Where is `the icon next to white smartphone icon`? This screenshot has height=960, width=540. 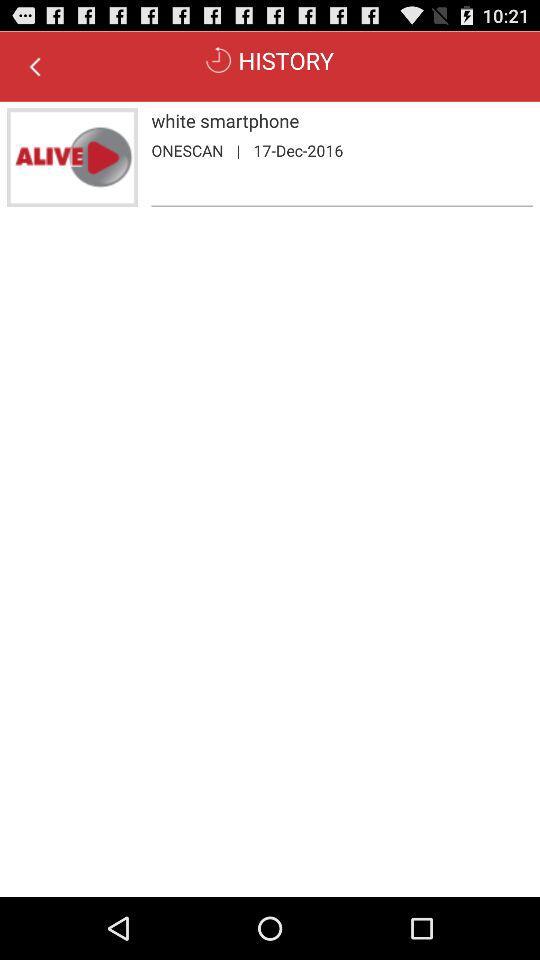
the icon next to white smartphone icon is located at coordinates (71, 156).